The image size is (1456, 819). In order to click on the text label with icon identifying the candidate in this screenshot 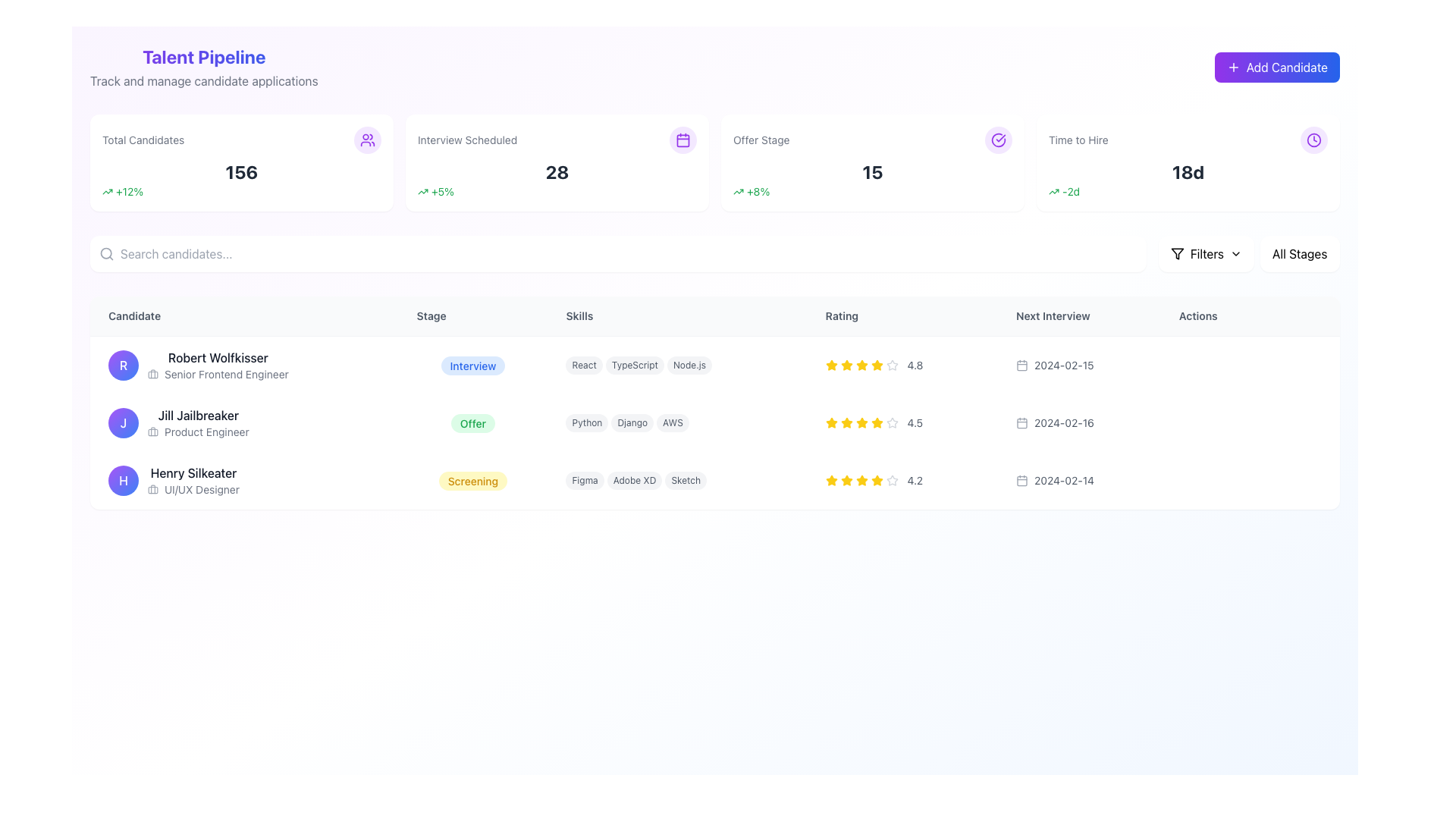, I will do `click(244, 365)`.